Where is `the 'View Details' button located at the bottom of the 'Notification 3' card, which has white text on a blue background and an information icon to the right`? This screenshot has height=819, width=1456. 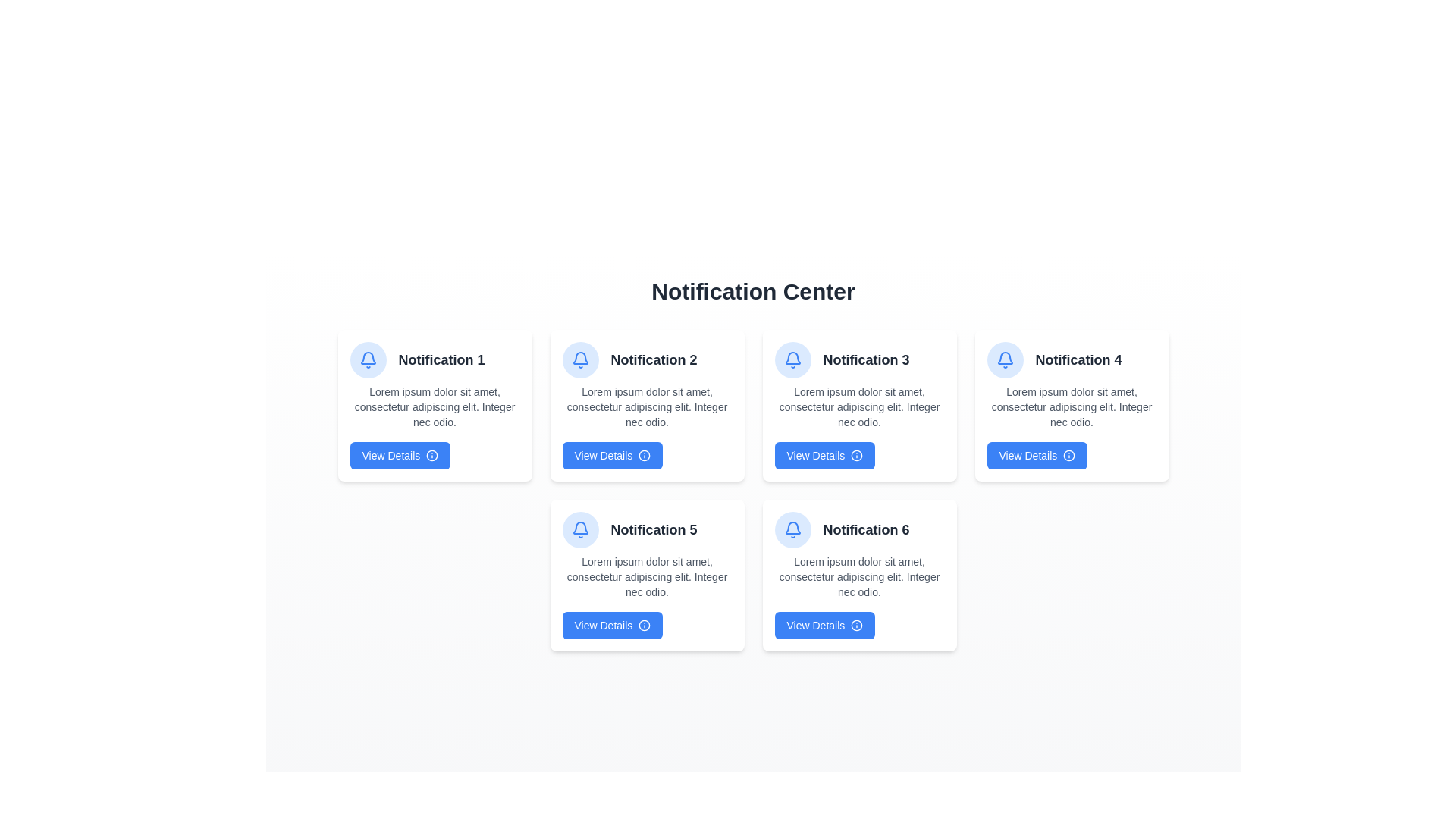 the 'View Details' button located at the bottom of the 'Notification 3' card, which has white text on a blue background and an information icon to the right is located at coordinates (824, 455).